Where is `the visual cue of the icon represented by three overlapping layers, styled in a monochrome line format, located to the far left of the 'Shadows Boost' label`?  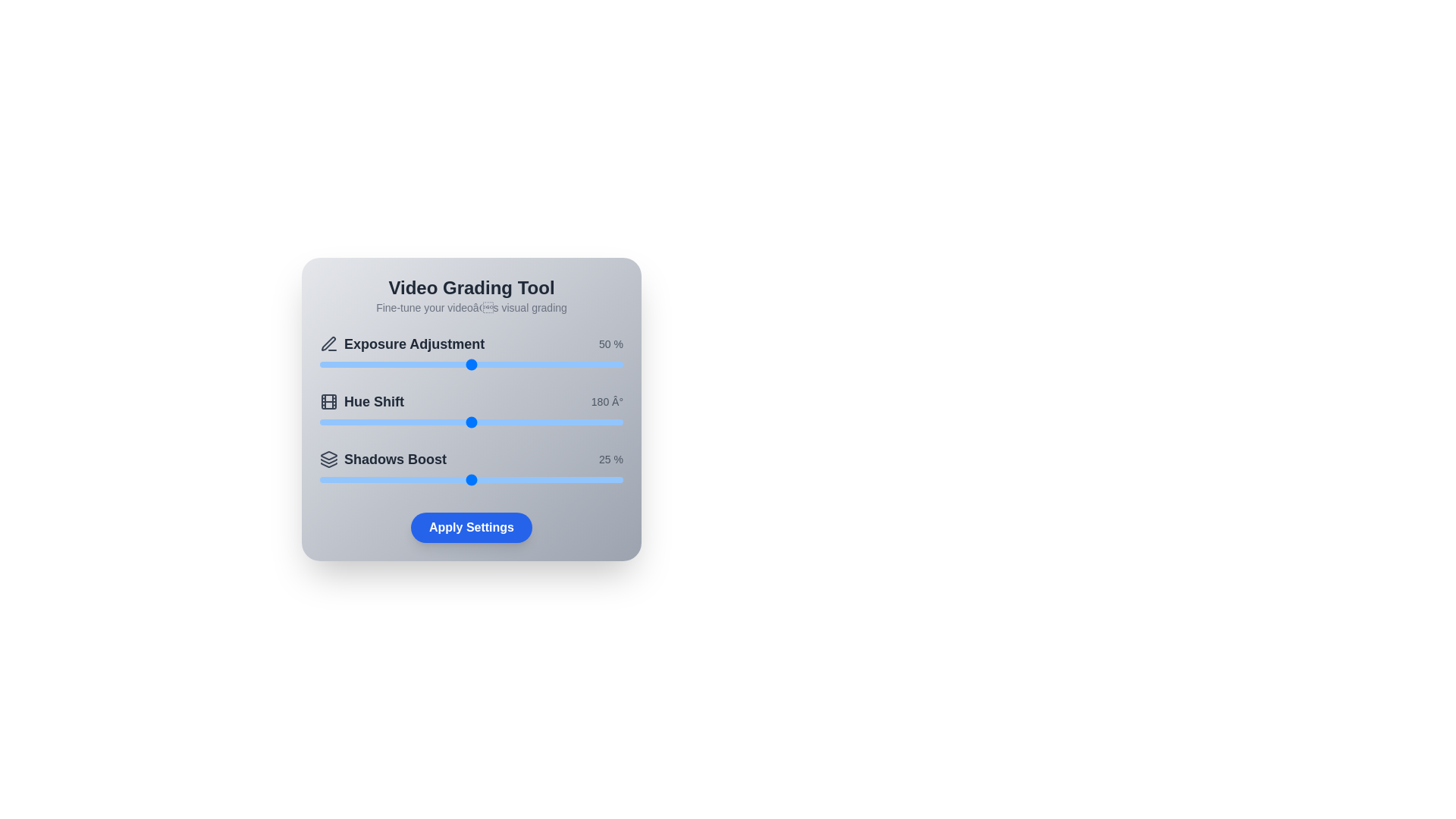 the visual cue of the icon represented by three overlapping layers, styled in a monochrome line format, located to the far left of the 'Shadows Boost' label is located at coordinates (328, 458).